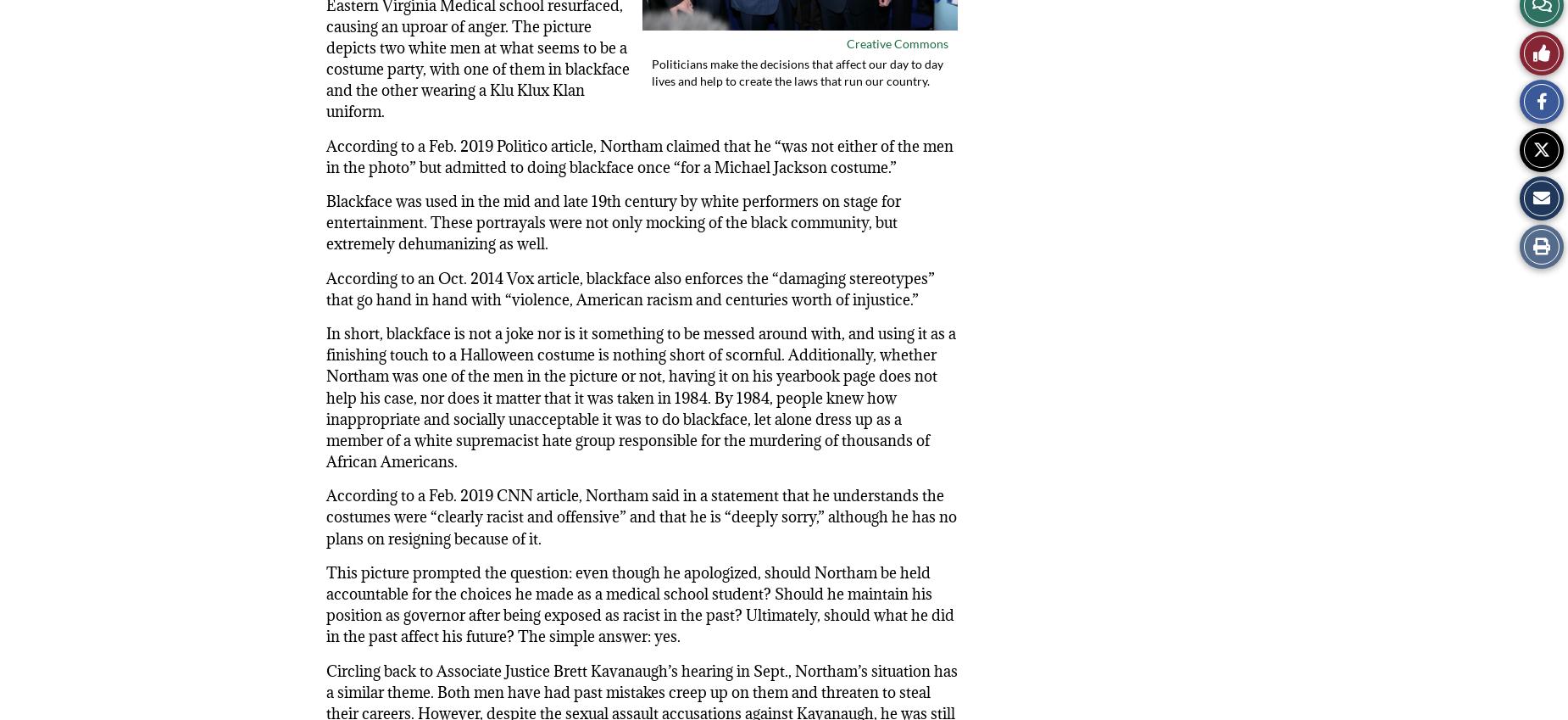 The image size is (1568, 720). I want to click on 'In short, blackface is not a joke nor is it something to be messed around with, and using it as a finishing touch to a Halloween costume is nothing short of scornful. Additionally, whether Northam was one of the men in the picture or not, having it on his yearbook page does not help his case, nor does it matter that it was taken in 1984. By 1984, people knew how inappropriate and socially unacceptable it was to do blackface, let alone dress up as a member of a white supremacist hate group responsible for the murdering of thousands of African Americans.', so click(641, 397).